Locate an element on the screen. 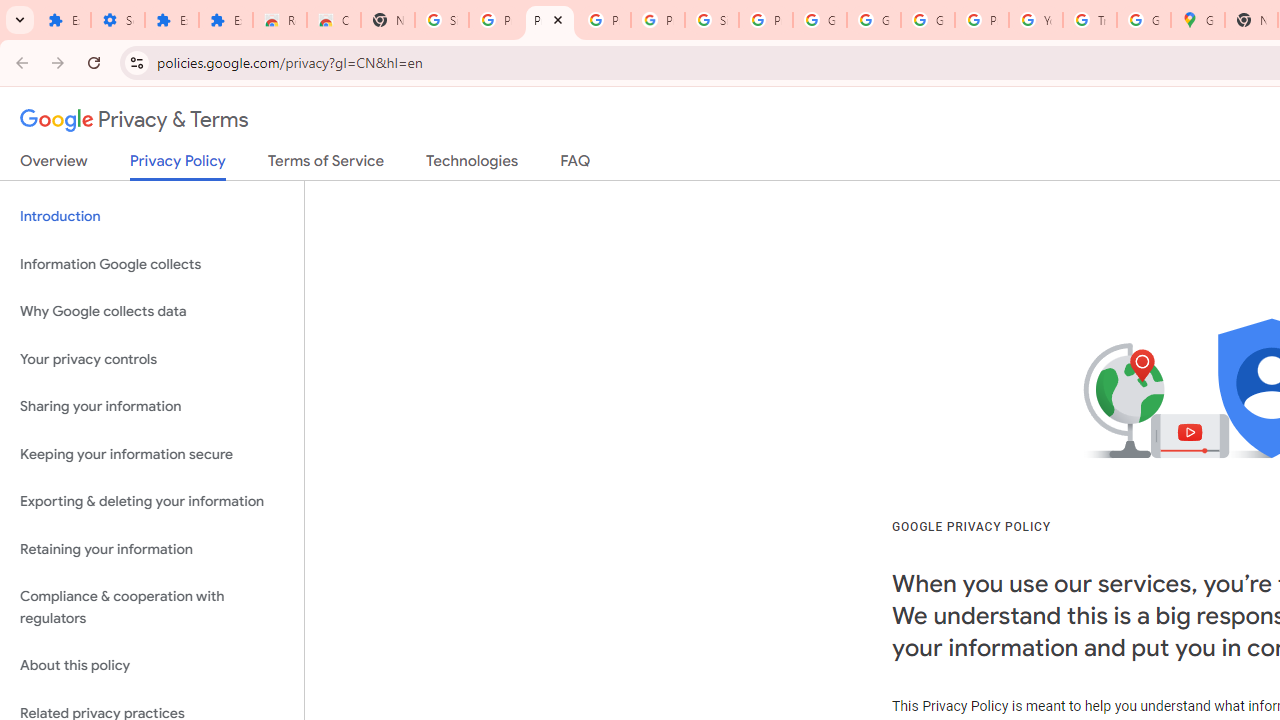  'FAQ' is located at coordinates (575, 164).